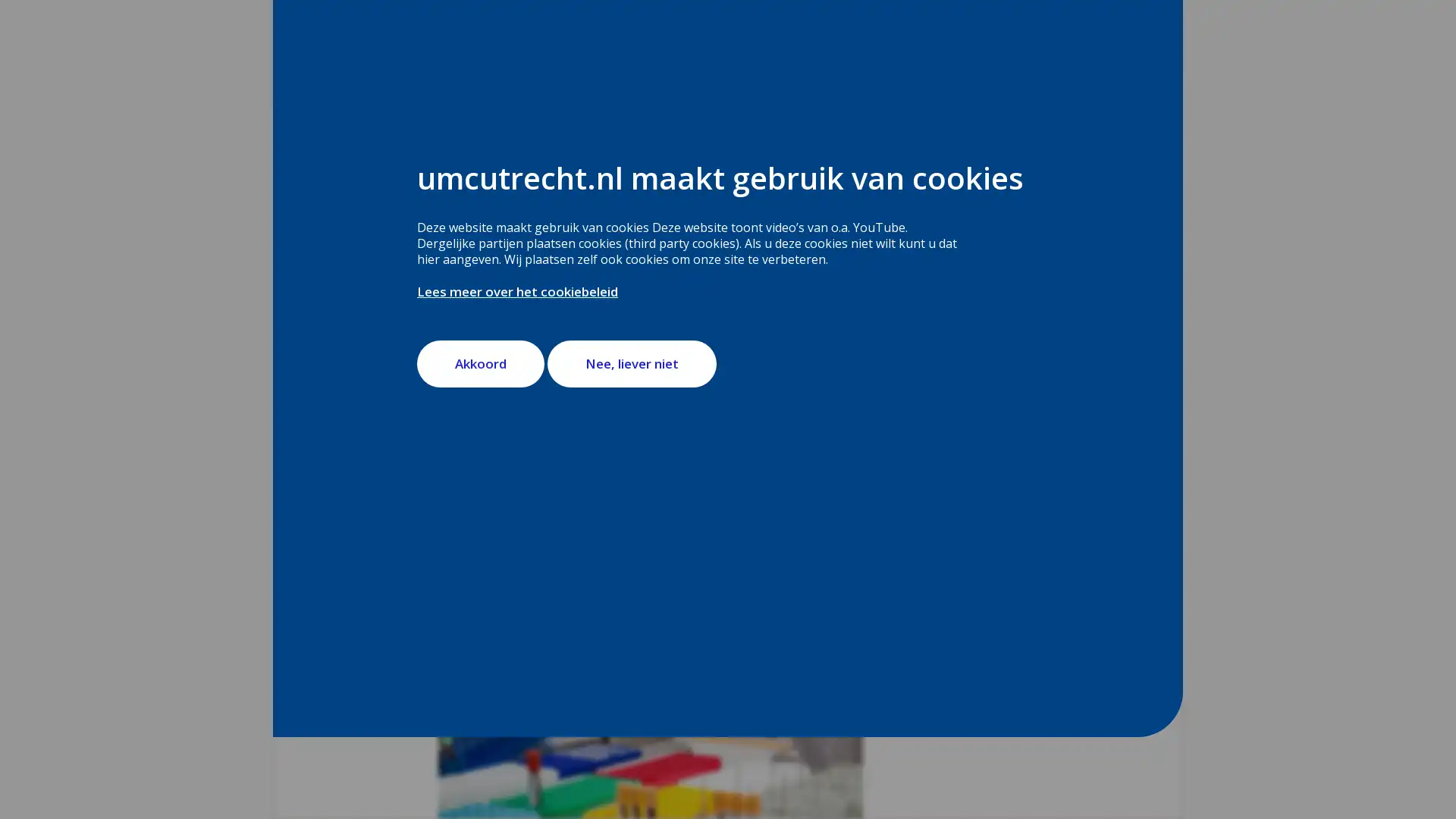  Describe the element at coordinates (504, 239) in the screenshot. I see `ReadSpeaker webReader: Luister met webReader` at that location.